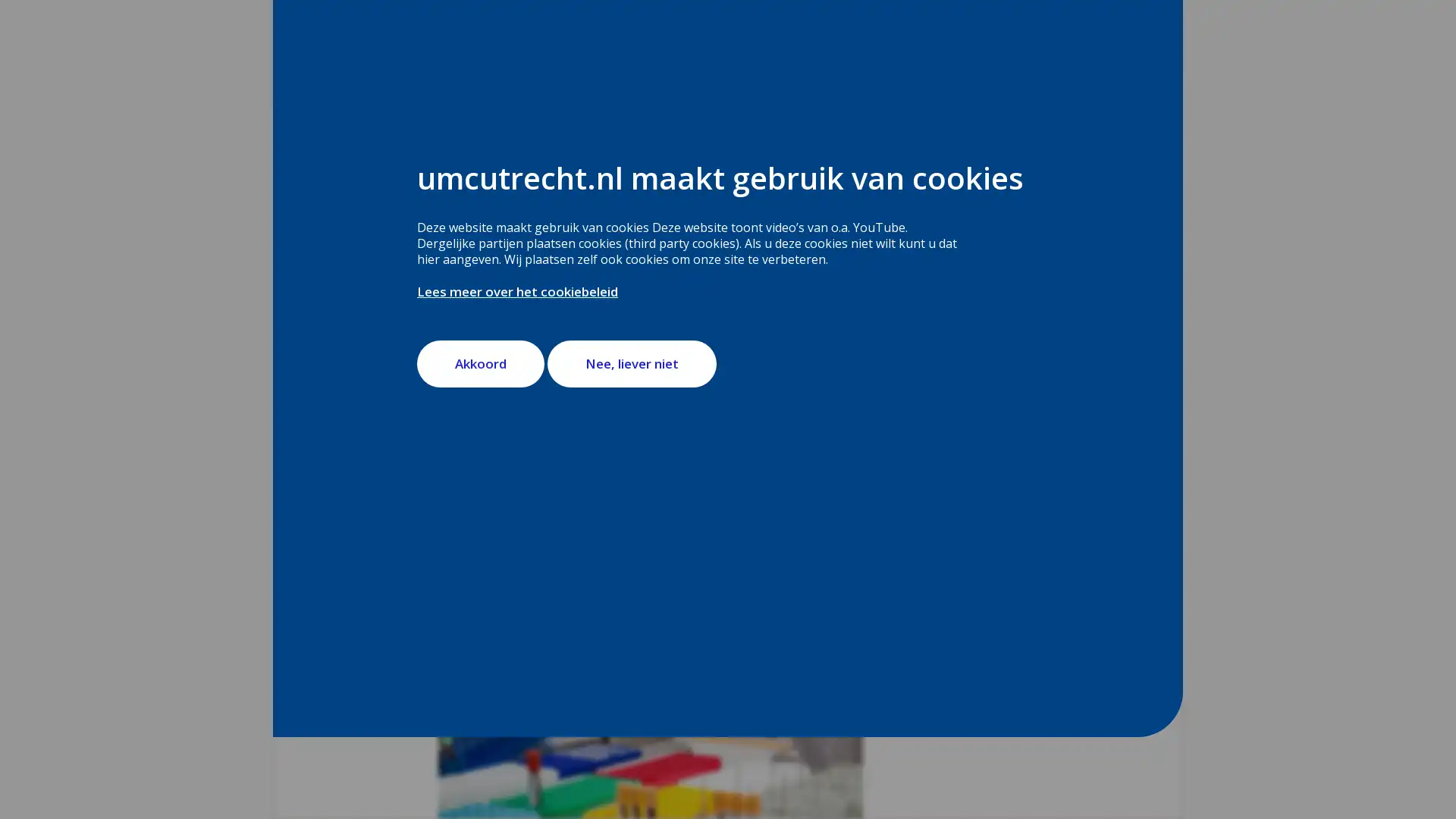  Describe the element at coordinates (504, 239) in the screenshot. I see `ReadSpeaker webReader: Luister met webReader` at that location.